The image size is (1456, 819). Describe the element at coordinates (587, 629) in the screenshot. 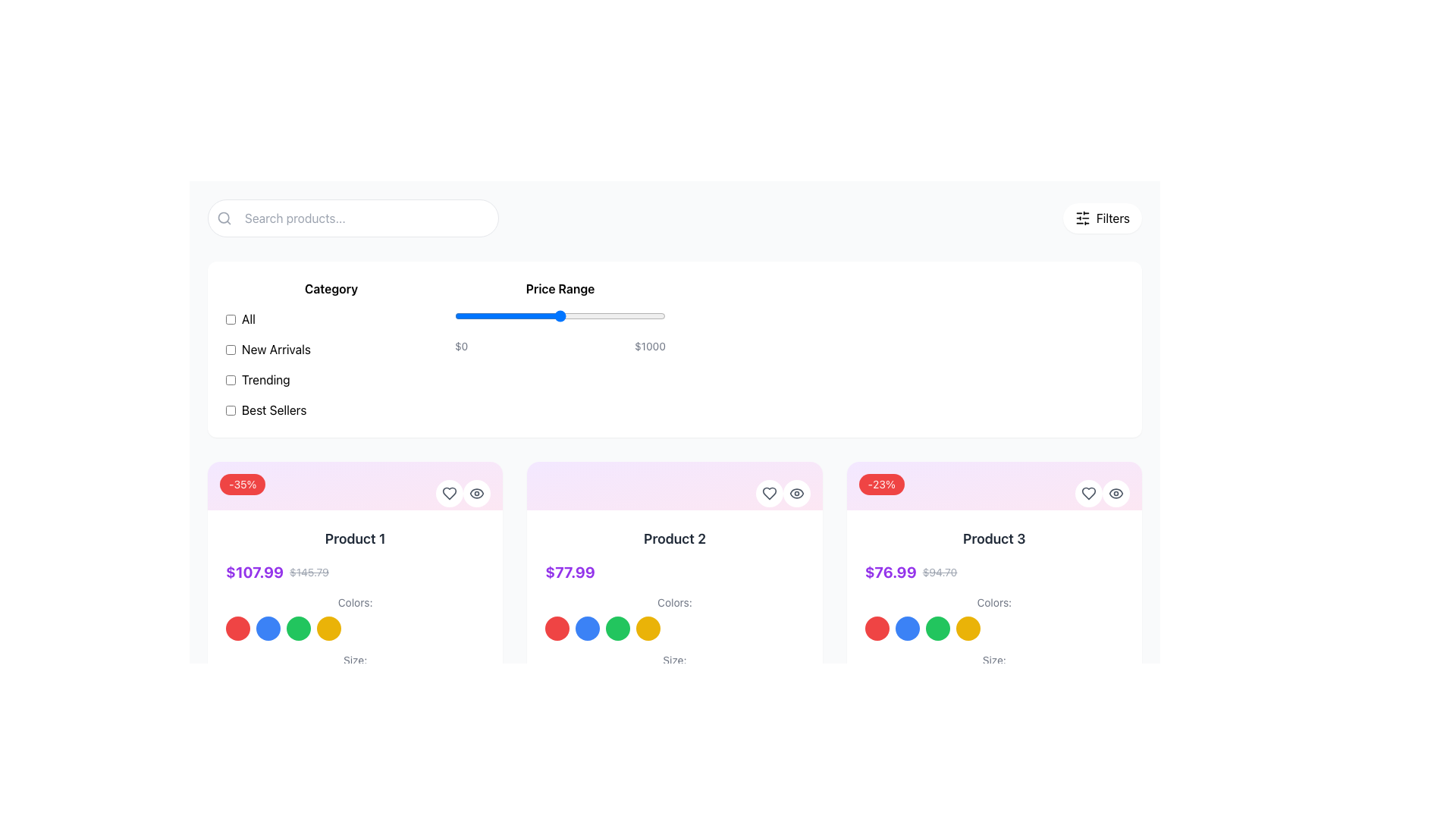

I see `the second circular color indicator in the 'Product 2' section` at that location.